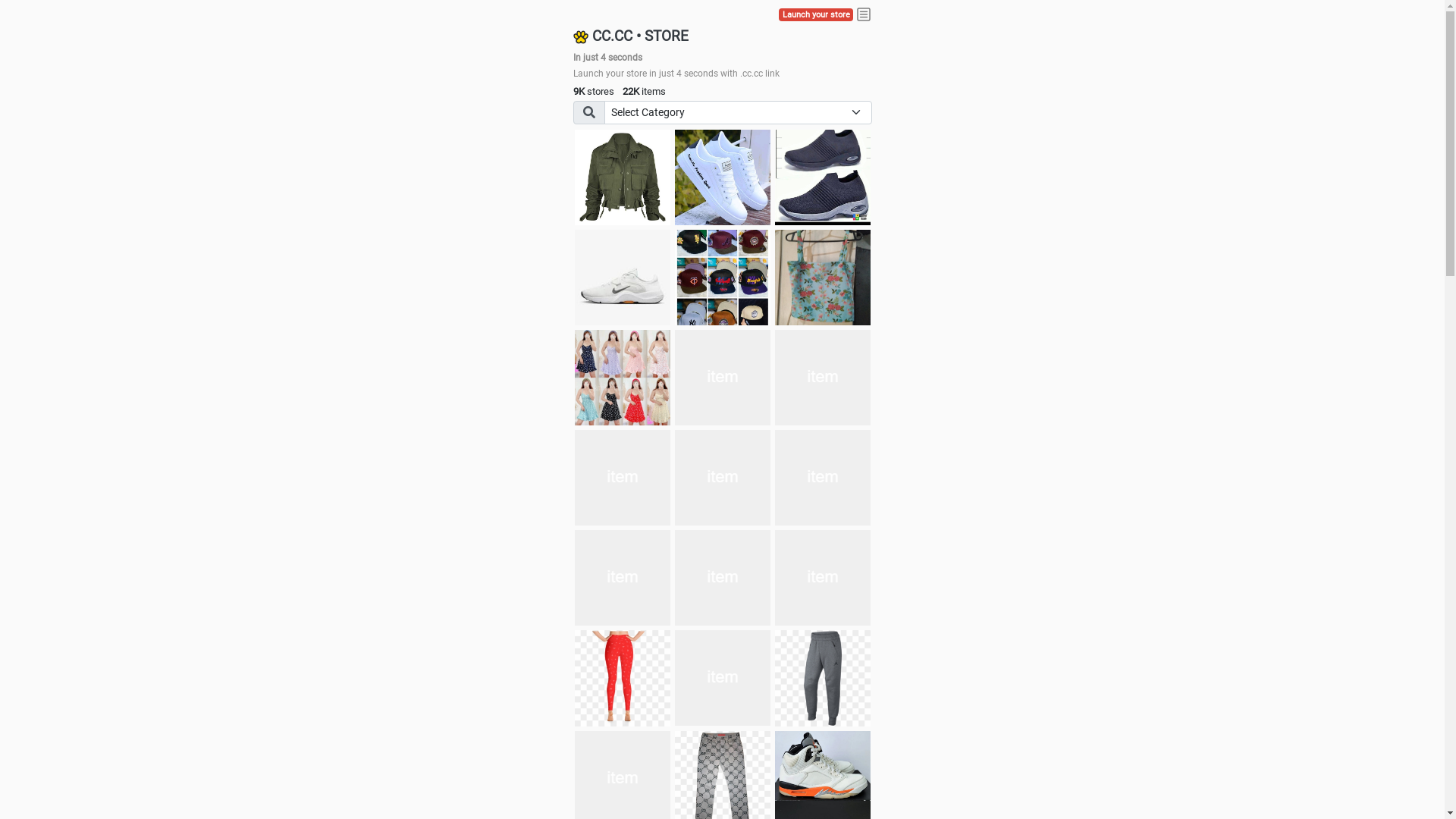  Describe the element at coordinates (722, 177) in the screenshot. I see `'white shoes'` at that location.